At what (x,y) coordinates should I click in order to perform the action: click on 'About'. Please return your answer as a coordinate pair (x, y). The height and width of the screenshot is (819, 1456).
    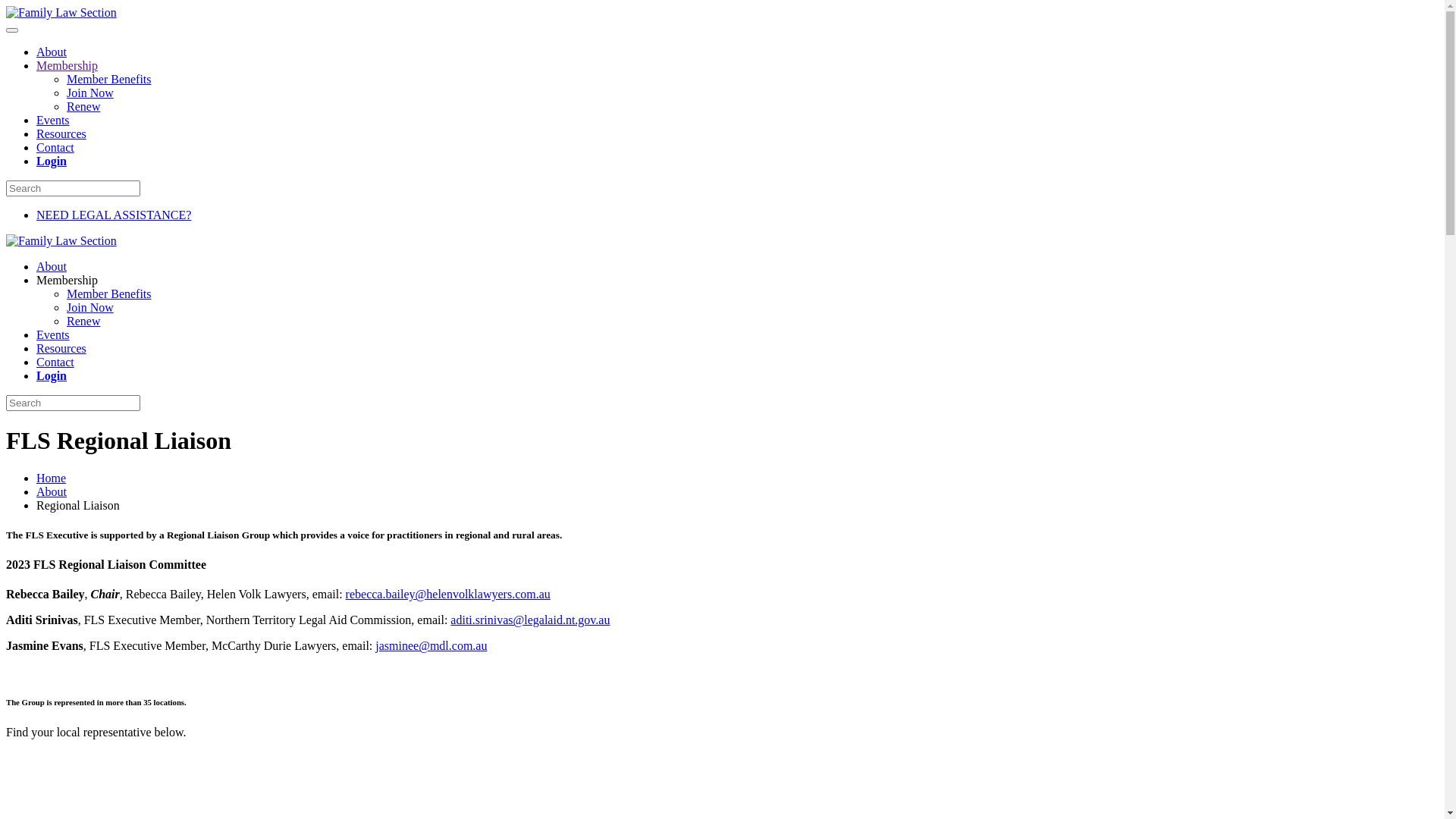
    Looking at the image, I should click on (51, 51).